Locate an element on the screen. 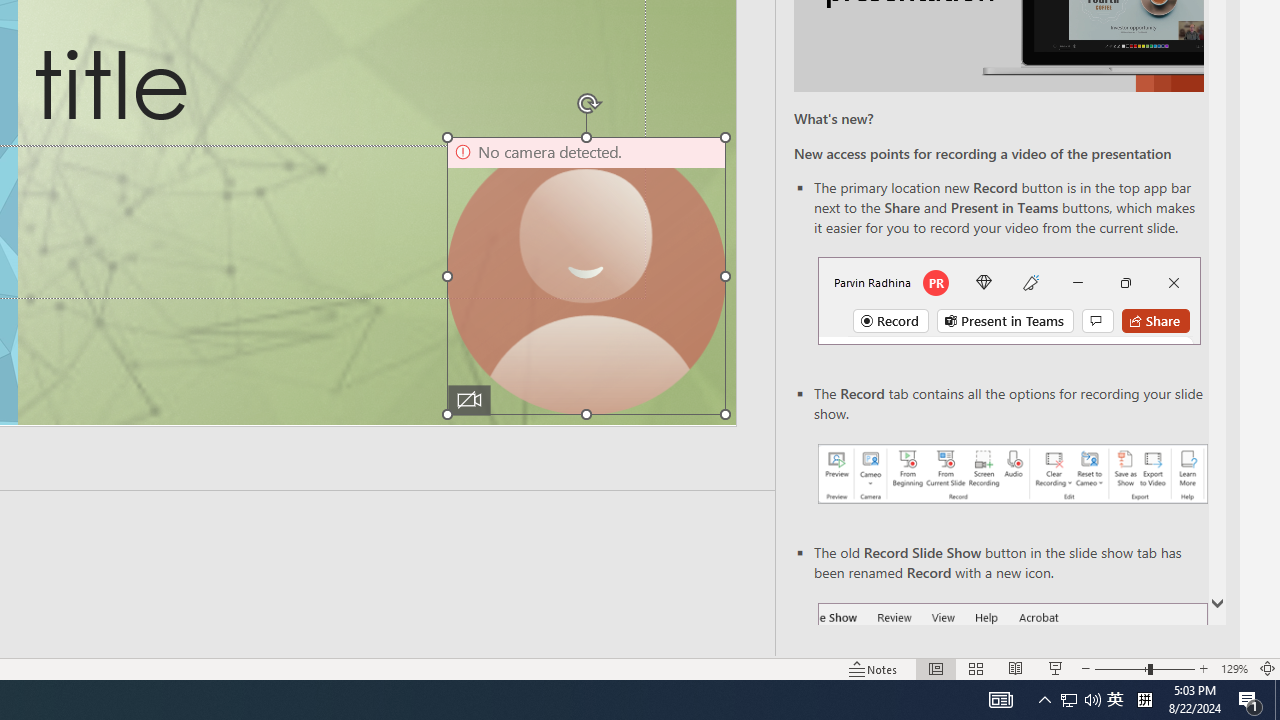 Image resolution: width=1280 pixels, height=720 pixels. 'Zoom' is located at coordinates (1144, 669).